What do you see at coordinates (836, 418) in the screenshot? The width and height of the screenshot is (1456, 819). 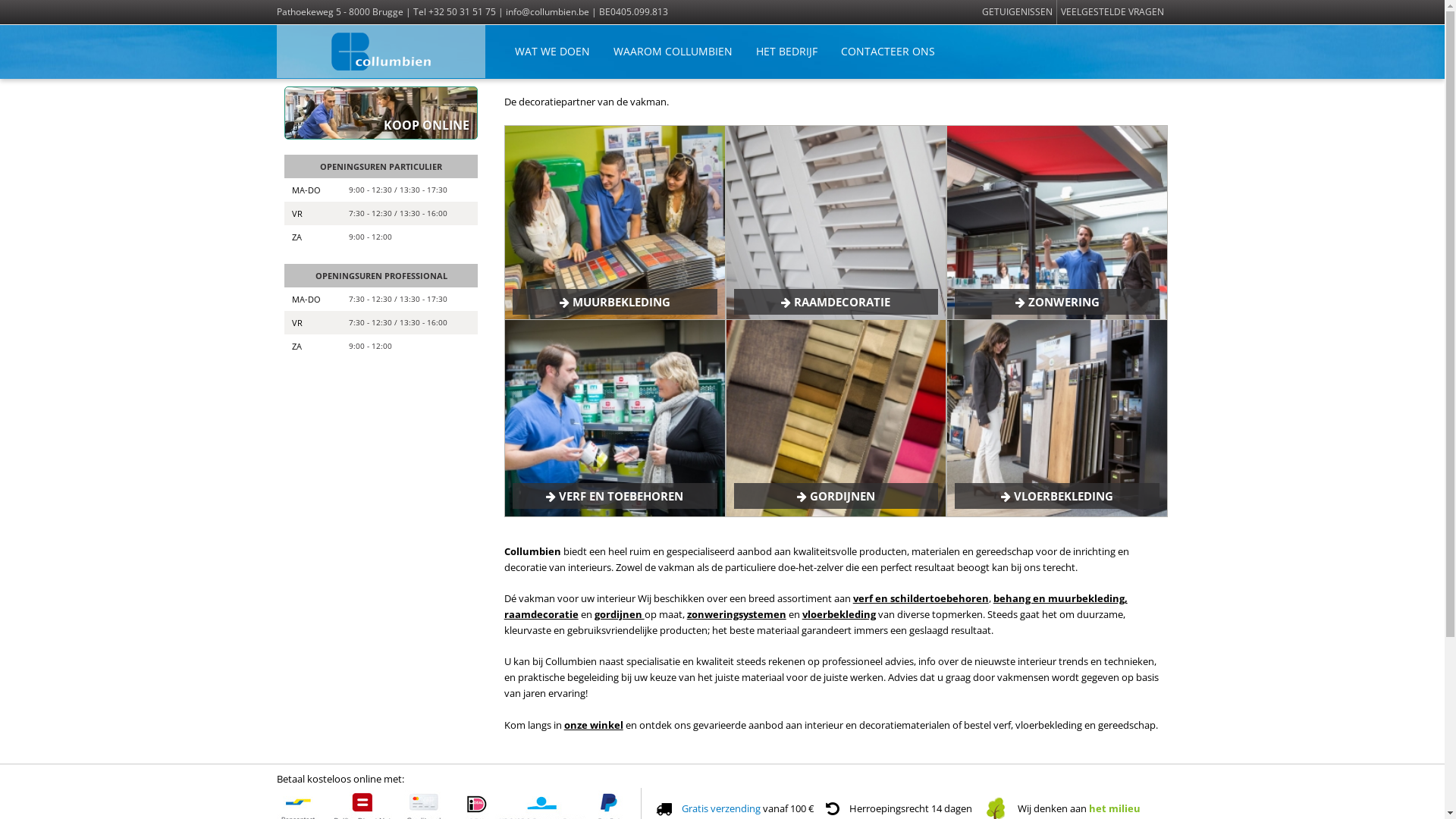 I see `'Gordijnen'` at bounding box center [836, 418].